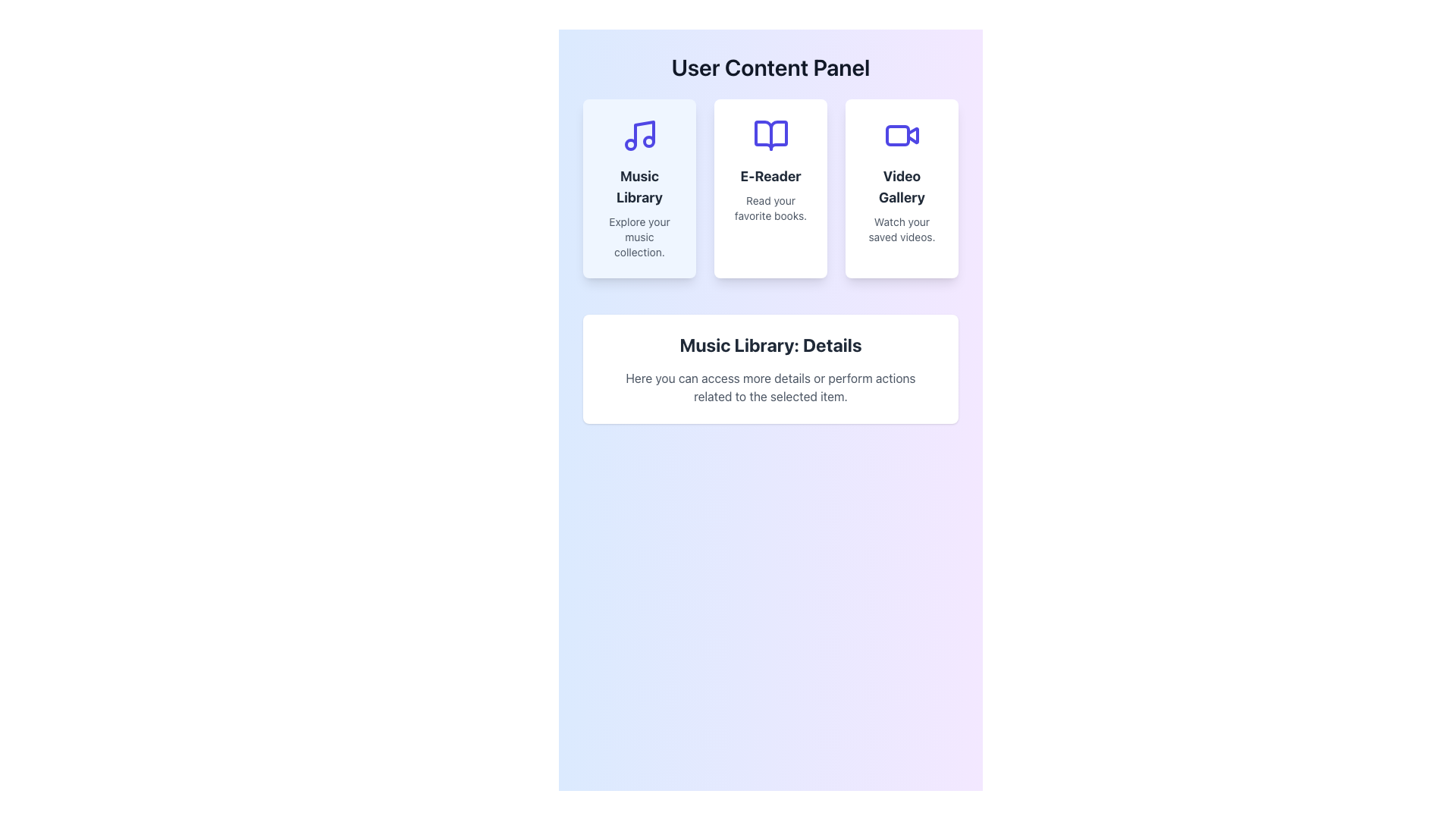  What do you see at coordinates (770, 134) in the screenshot?
I see `the E-Reader icon located at the top of the middle card in a row of three cards, which visually represents the 'E-Reader' feature` at bounding box center [770, 134].